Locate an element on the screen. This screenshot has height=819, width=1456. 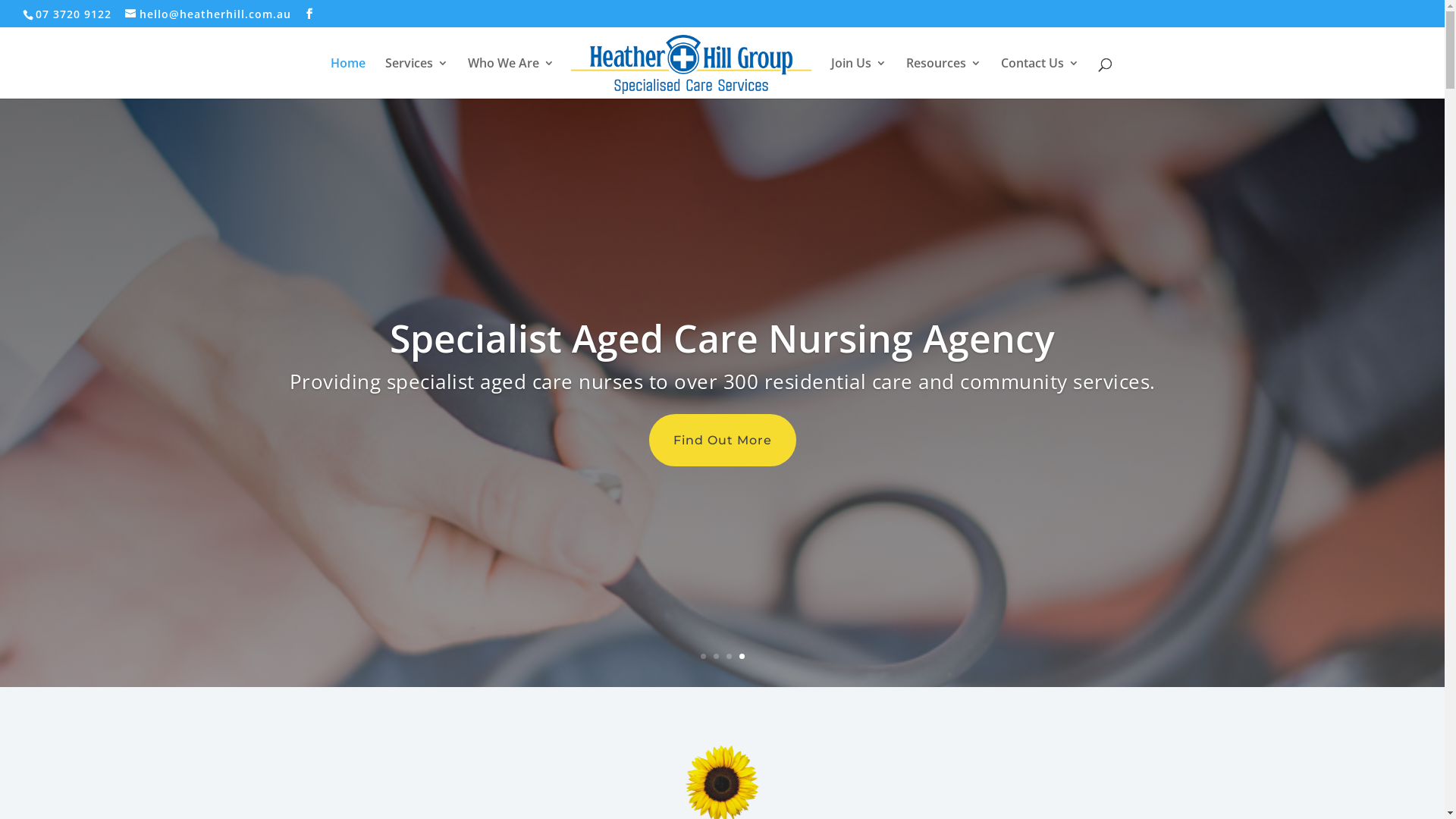
'Find Out More' is located at coordinates (722, 440).